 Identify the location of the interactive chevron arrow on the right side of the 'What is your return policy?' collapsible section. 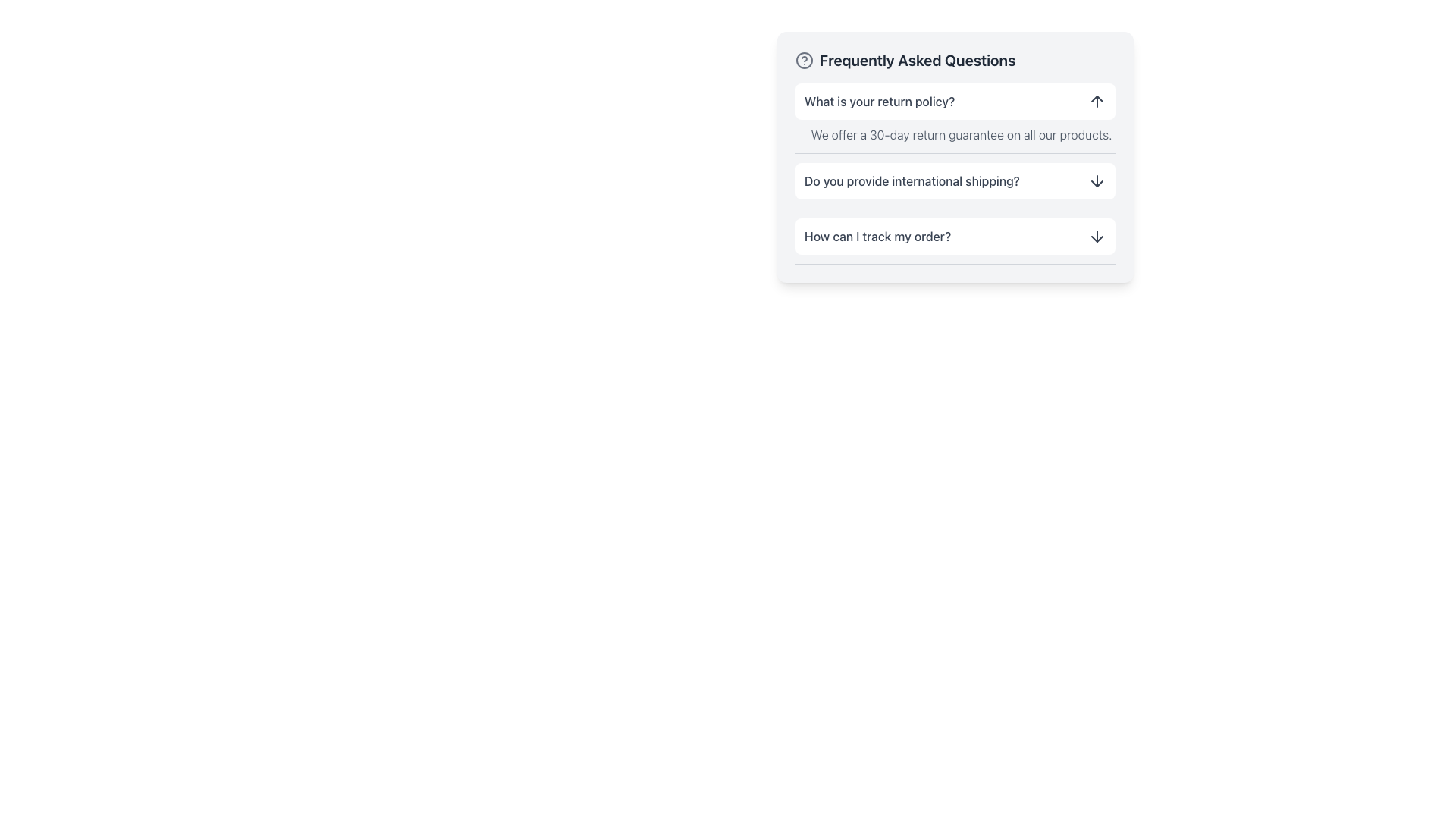
(954, 118).